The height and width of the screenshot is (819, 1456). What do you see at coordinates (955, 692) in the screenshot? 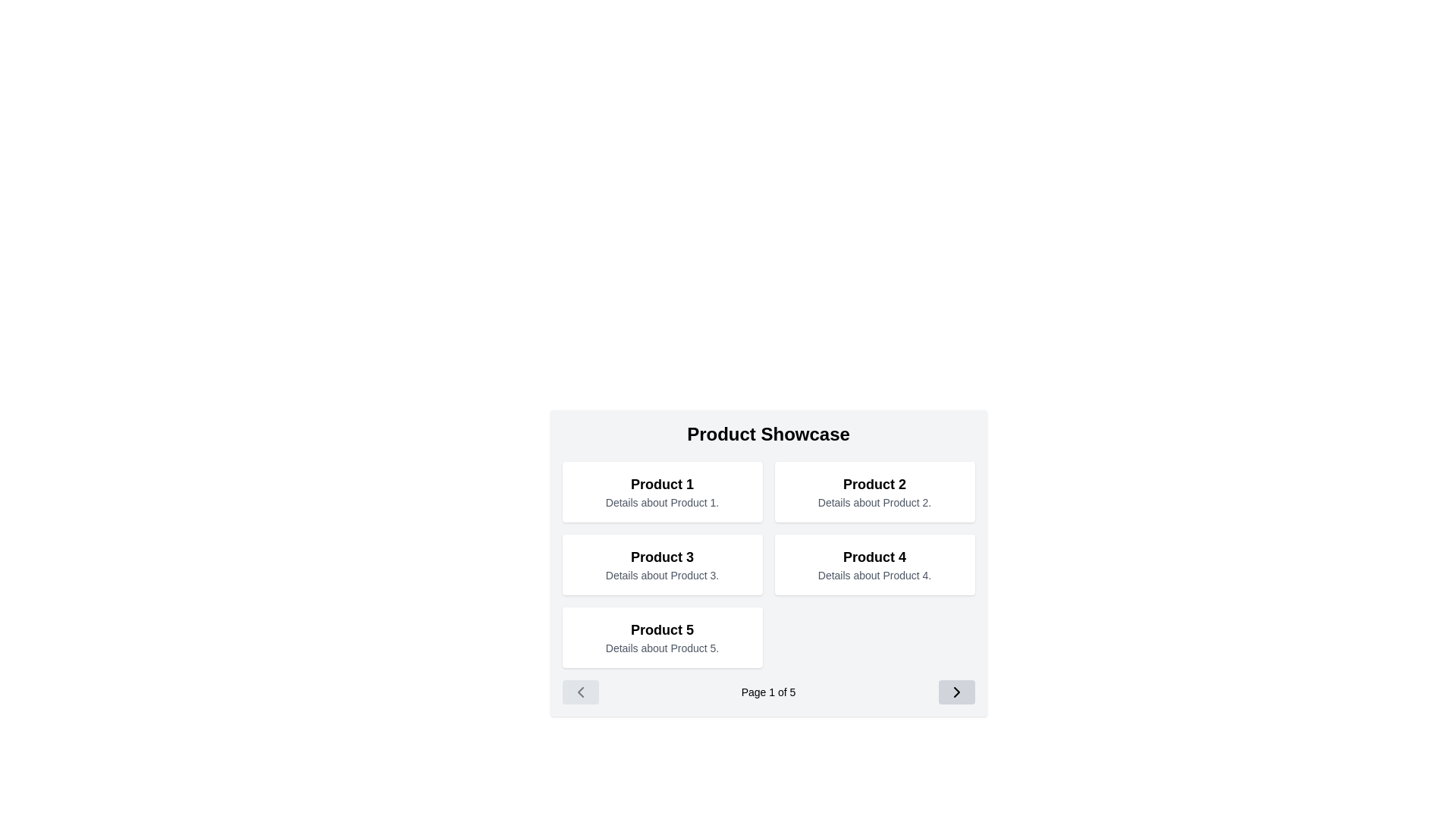
I see `the navigation button located at the bottom-right of the pagination controls, labeled 'Page 1 of 5', to proceed to the next page` at bounding box center [955, 692].